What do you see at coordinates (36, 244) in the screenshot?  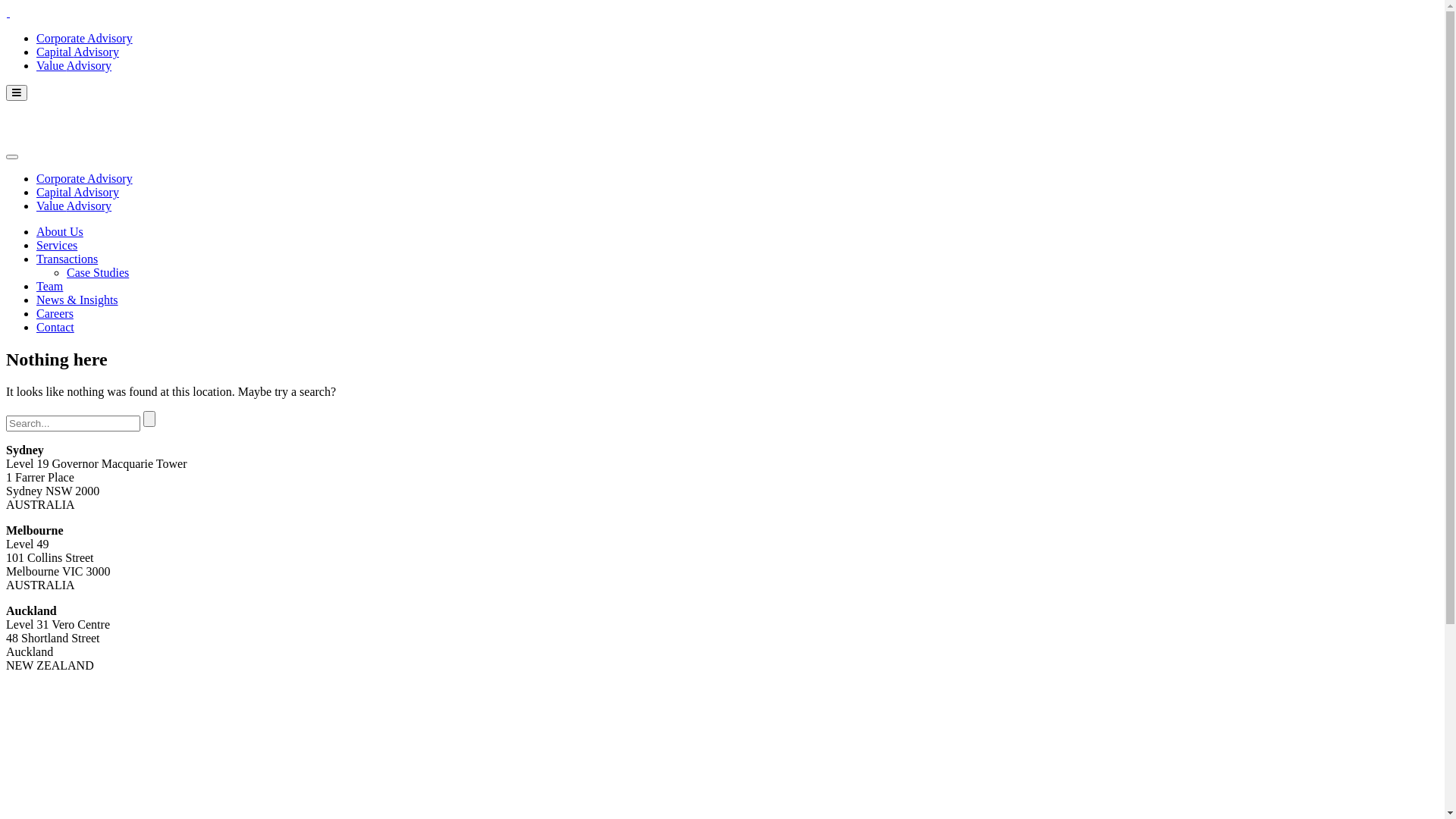 I see `'Services'` at bounding box center [36, 244].